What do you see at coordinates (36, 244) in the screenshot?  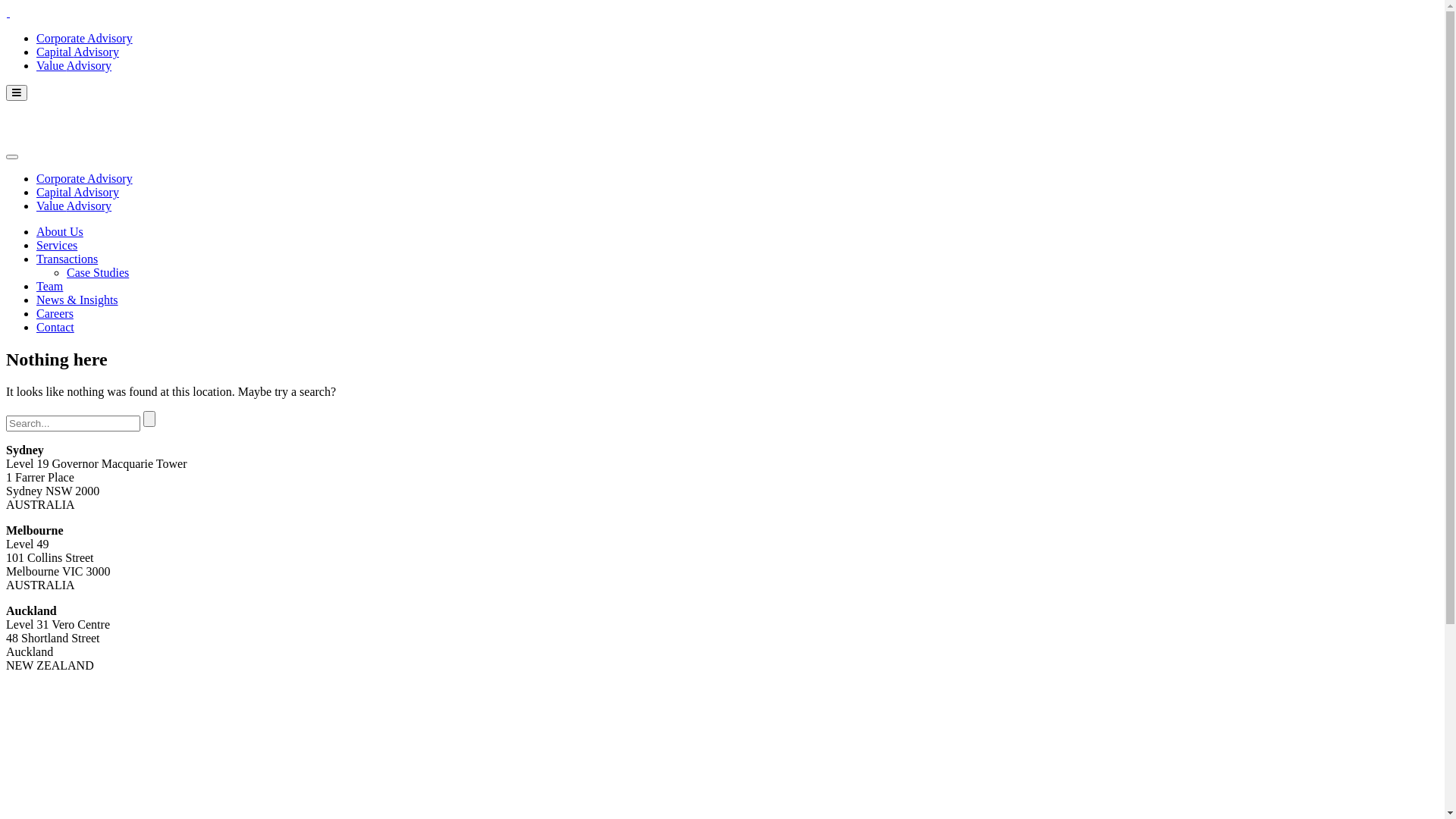 I see `'Services'` at bounding box center [36, 244].